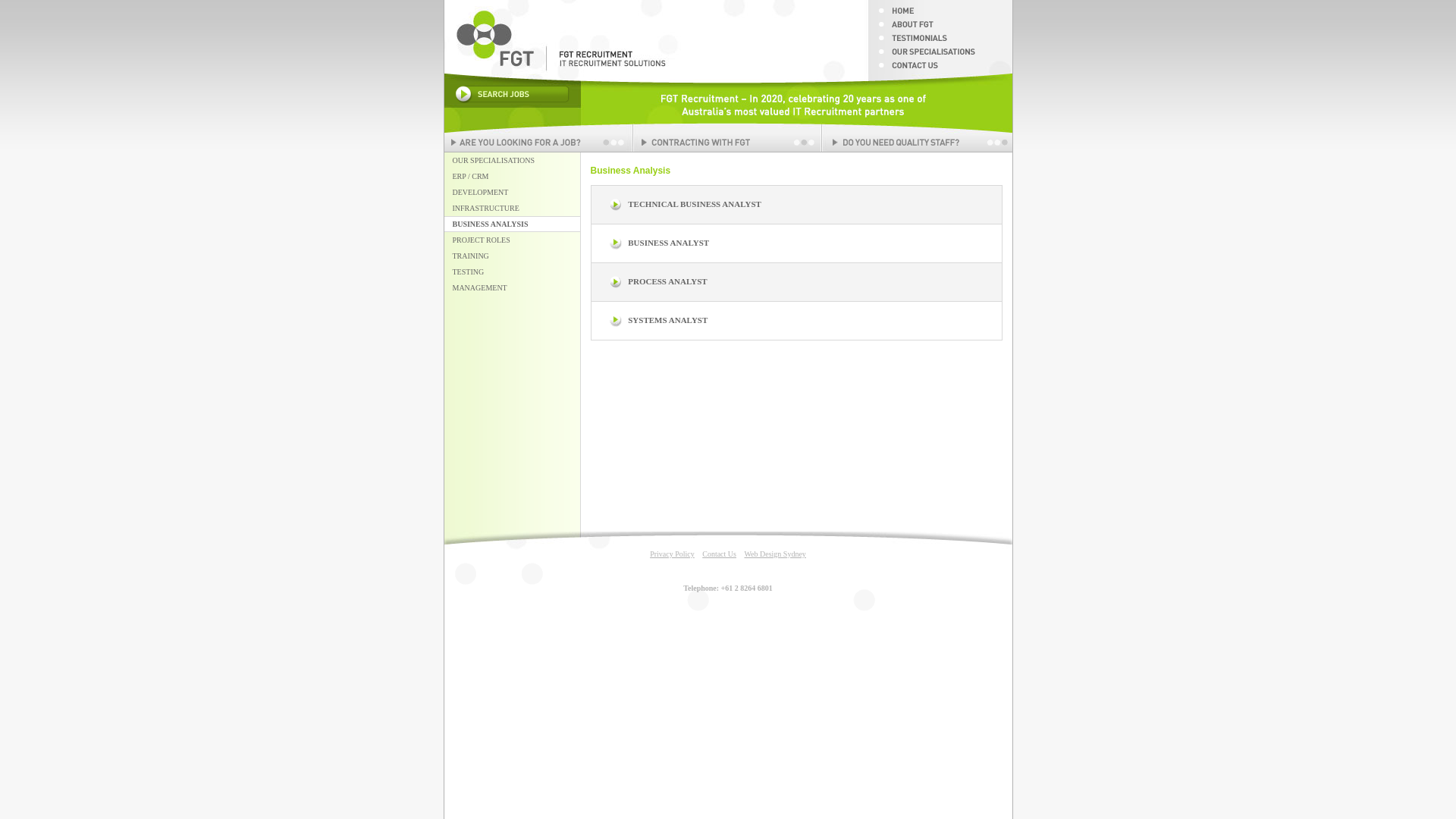 This screenshot has width=1456, height=819. I want to click on 'HOME', so click(938, 14).